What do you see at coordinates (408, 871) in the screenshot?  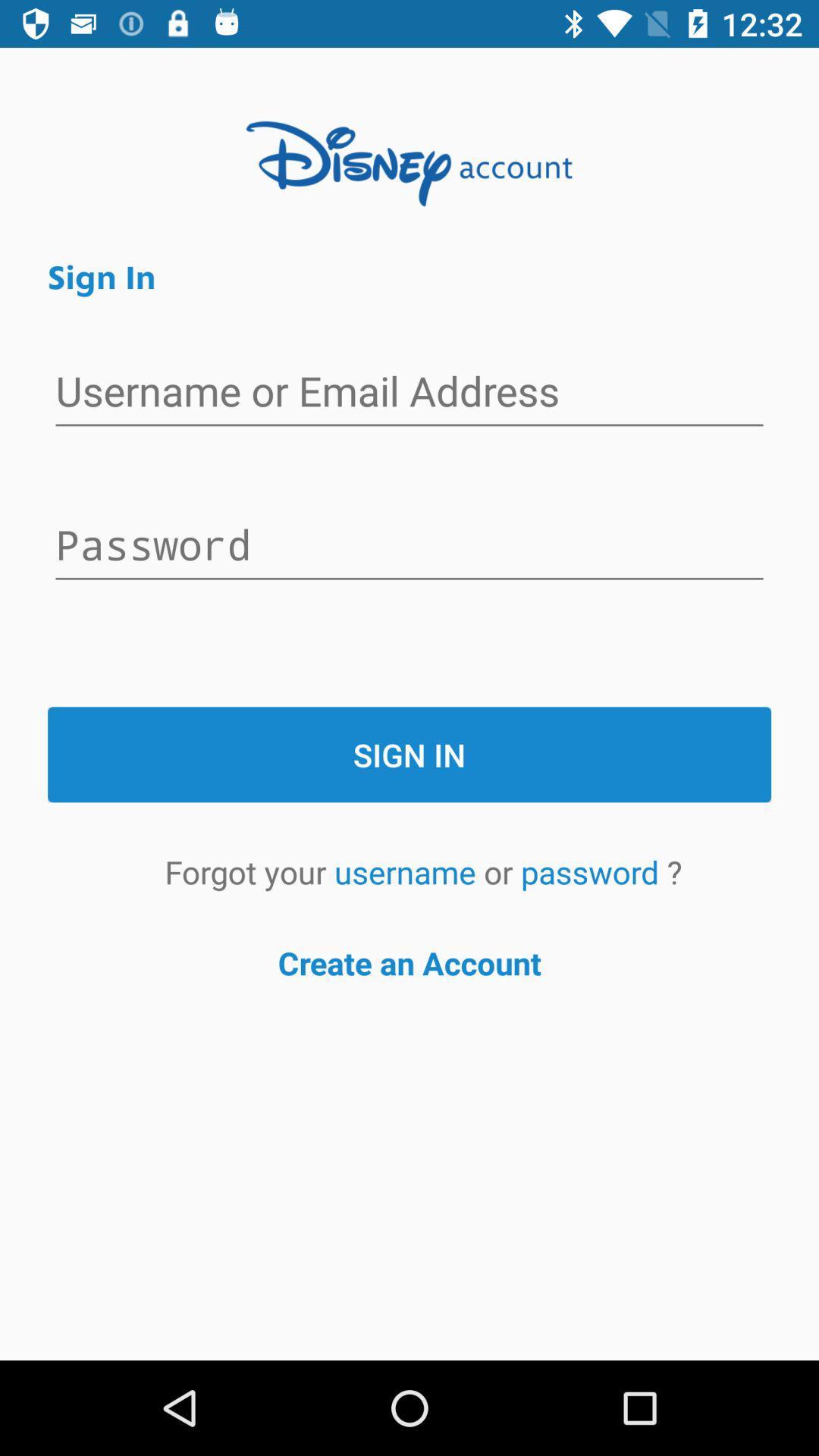 I see `the item above create an account icon` at bounding box center [408, 871].